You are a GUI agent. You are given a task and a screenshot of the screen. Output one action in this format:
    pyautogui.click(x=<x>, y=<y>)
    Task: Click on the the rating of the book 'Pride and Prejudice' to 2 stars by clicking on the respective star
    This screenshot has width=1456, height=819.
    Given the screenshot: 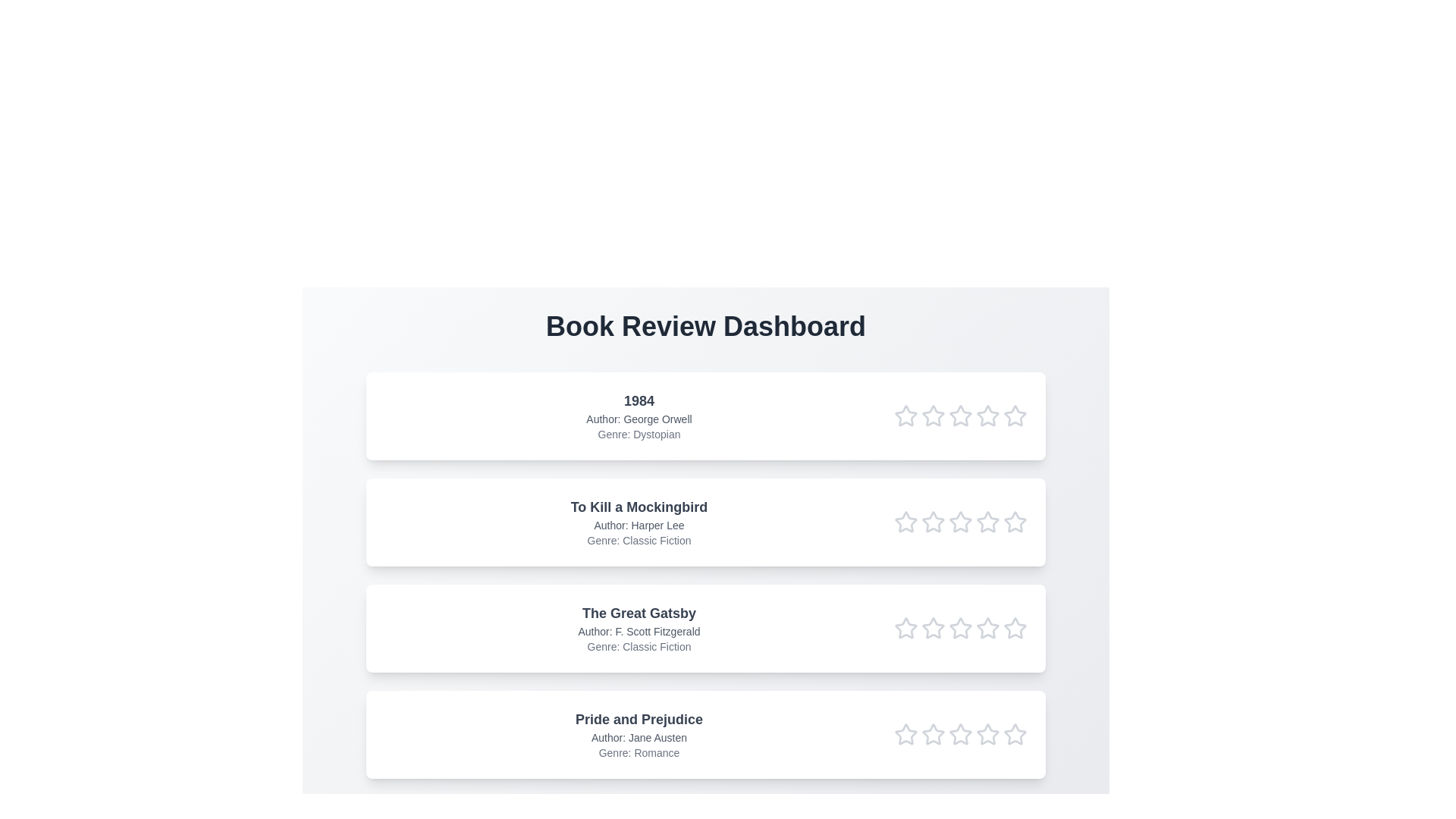 What is the action you would take?
    pyautogui.click(x=932, y=733)
    